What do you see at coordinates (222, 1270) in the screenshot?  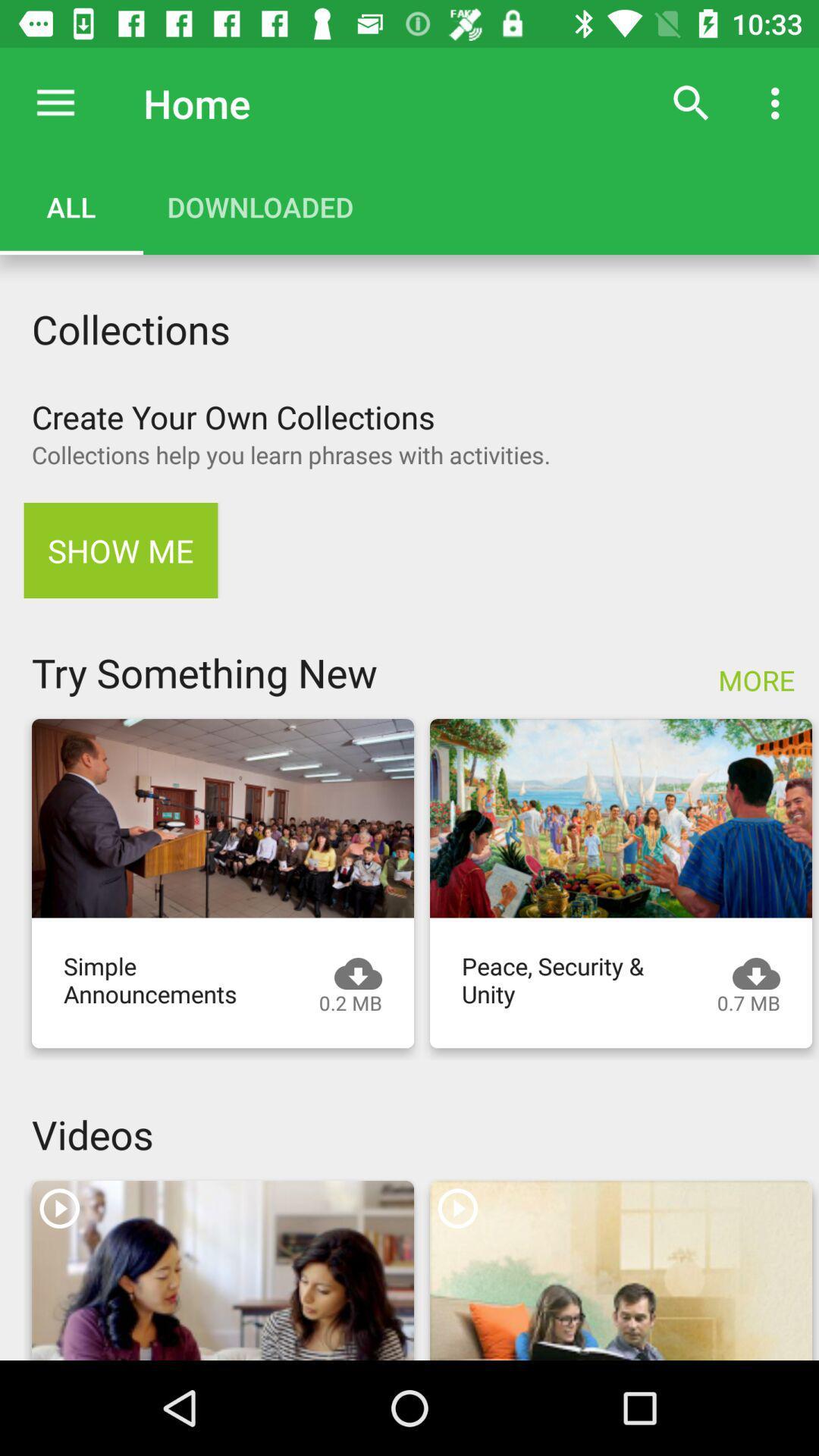 I see `video` at bounding box center [222, 1270].